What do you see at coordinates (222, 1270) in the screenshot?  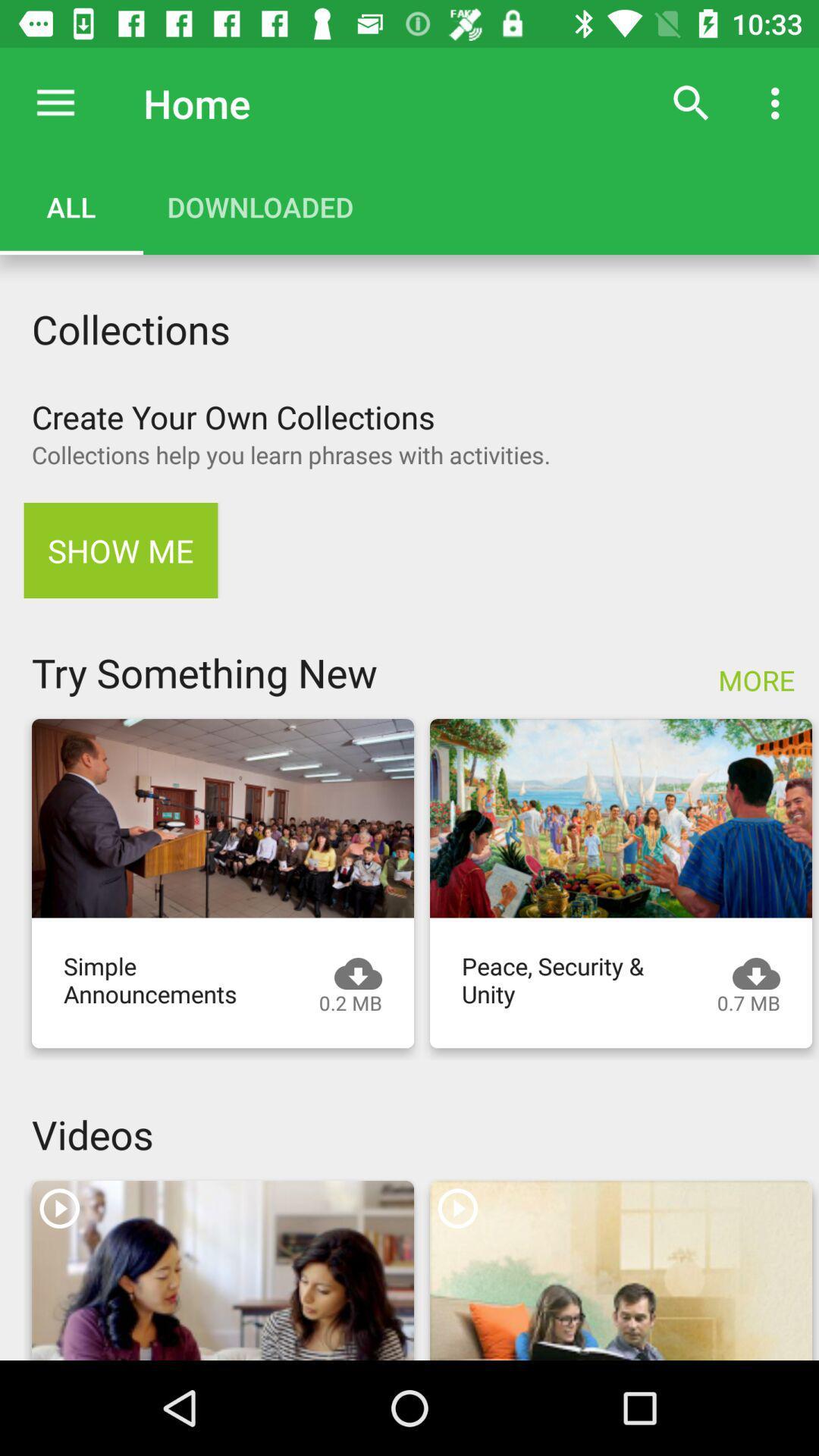 I see `video` at bounding box center [222, 1270].